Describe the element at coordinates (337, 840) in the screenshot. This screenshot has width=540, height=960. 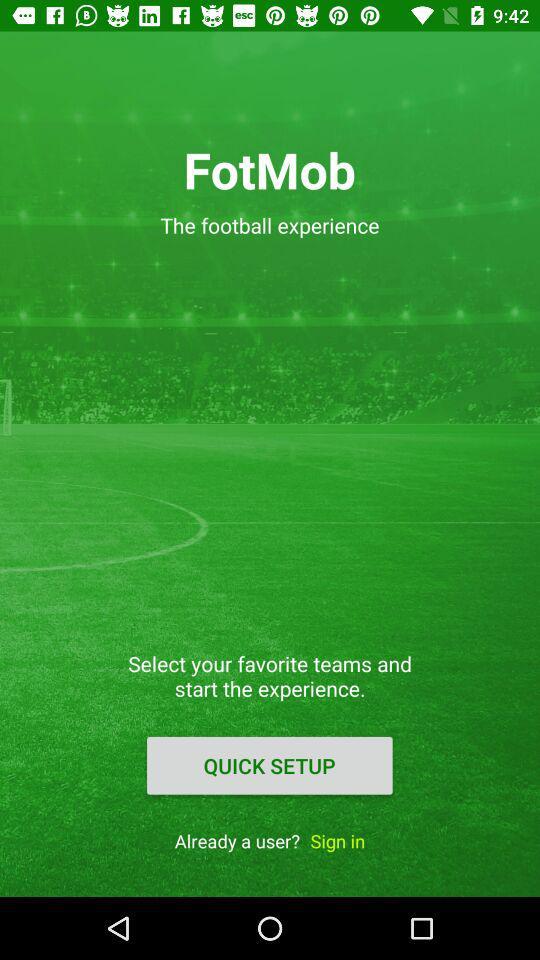
I see `the item next to the already a user? icon` at that location.